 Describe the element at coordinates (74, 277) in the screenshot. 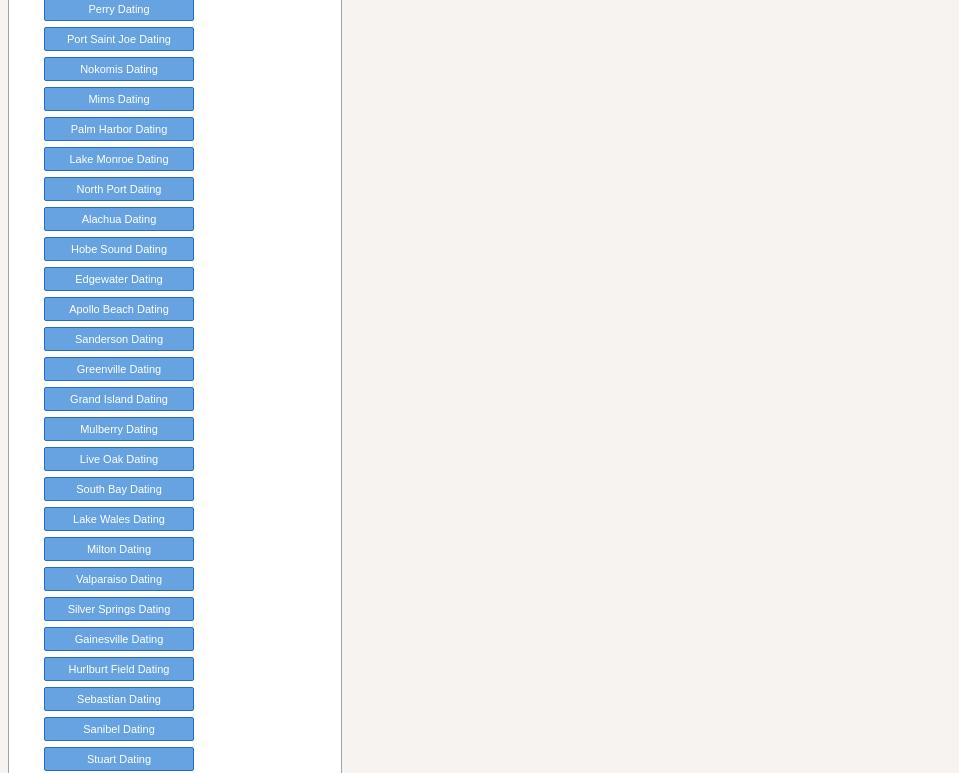

I see `'Edgewater Dating'` at that location.